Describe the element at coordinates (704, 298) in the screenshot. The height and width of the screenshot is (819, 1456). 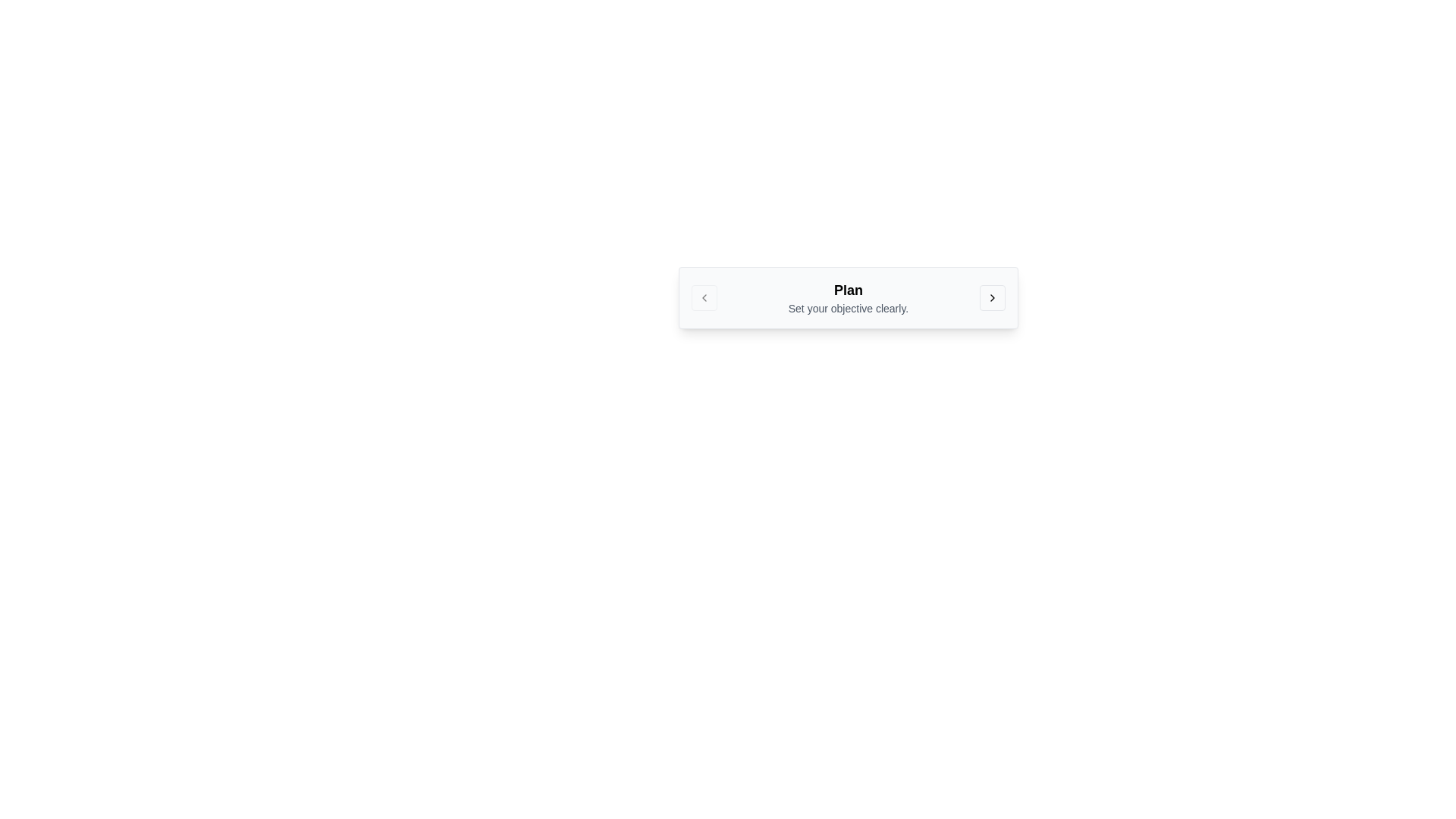
I see `the decorative back button icon located to the far left of the 'Plan' panel` at that location.